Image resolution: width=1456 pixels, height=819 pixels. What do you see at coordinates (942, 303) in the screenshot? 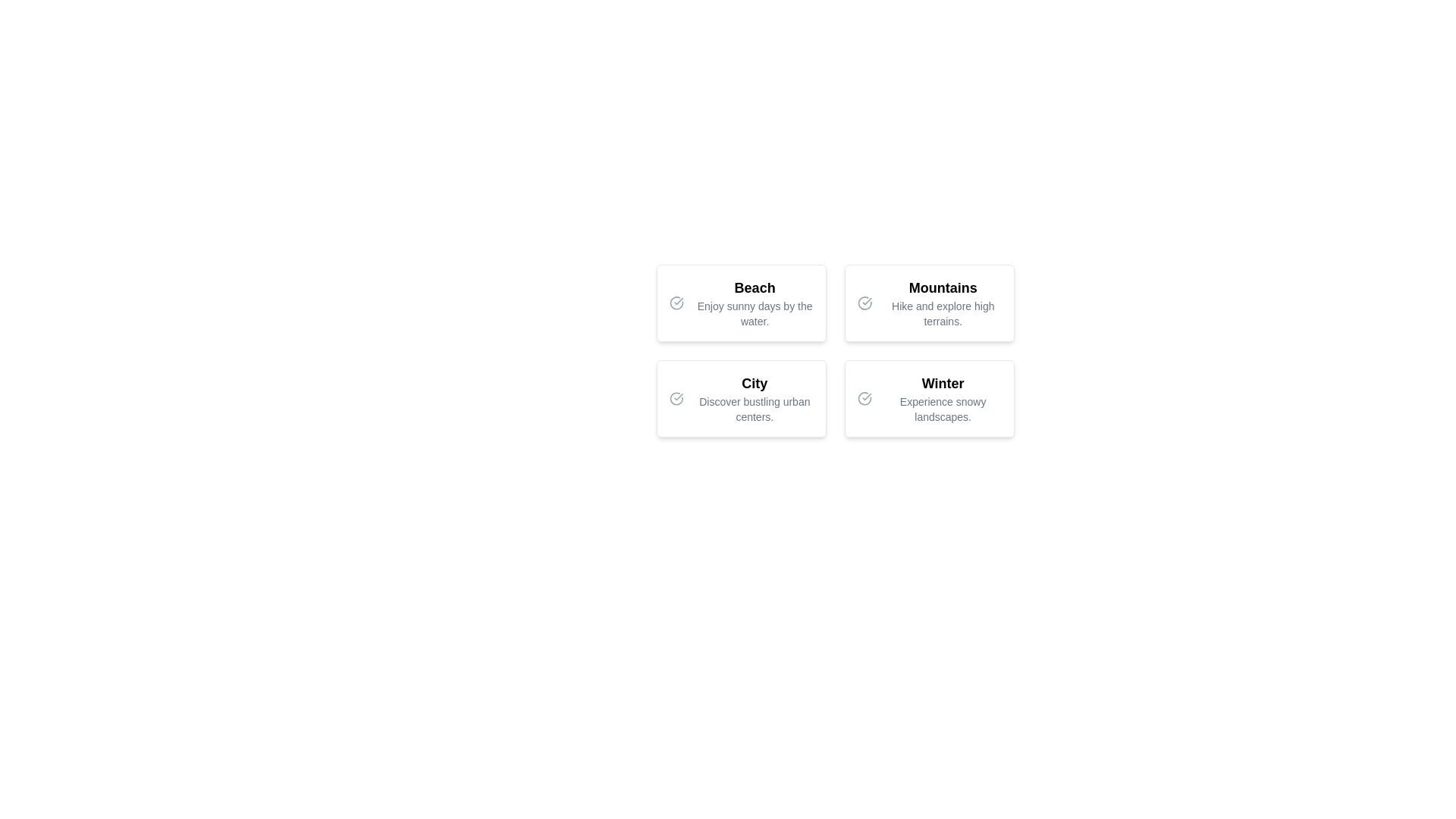
I see `the Text Display element titled 'Mountains', which contains the description 'Hike and explore high terrains.' and is styled in a modern card layout` at bounding box center [942, 303].